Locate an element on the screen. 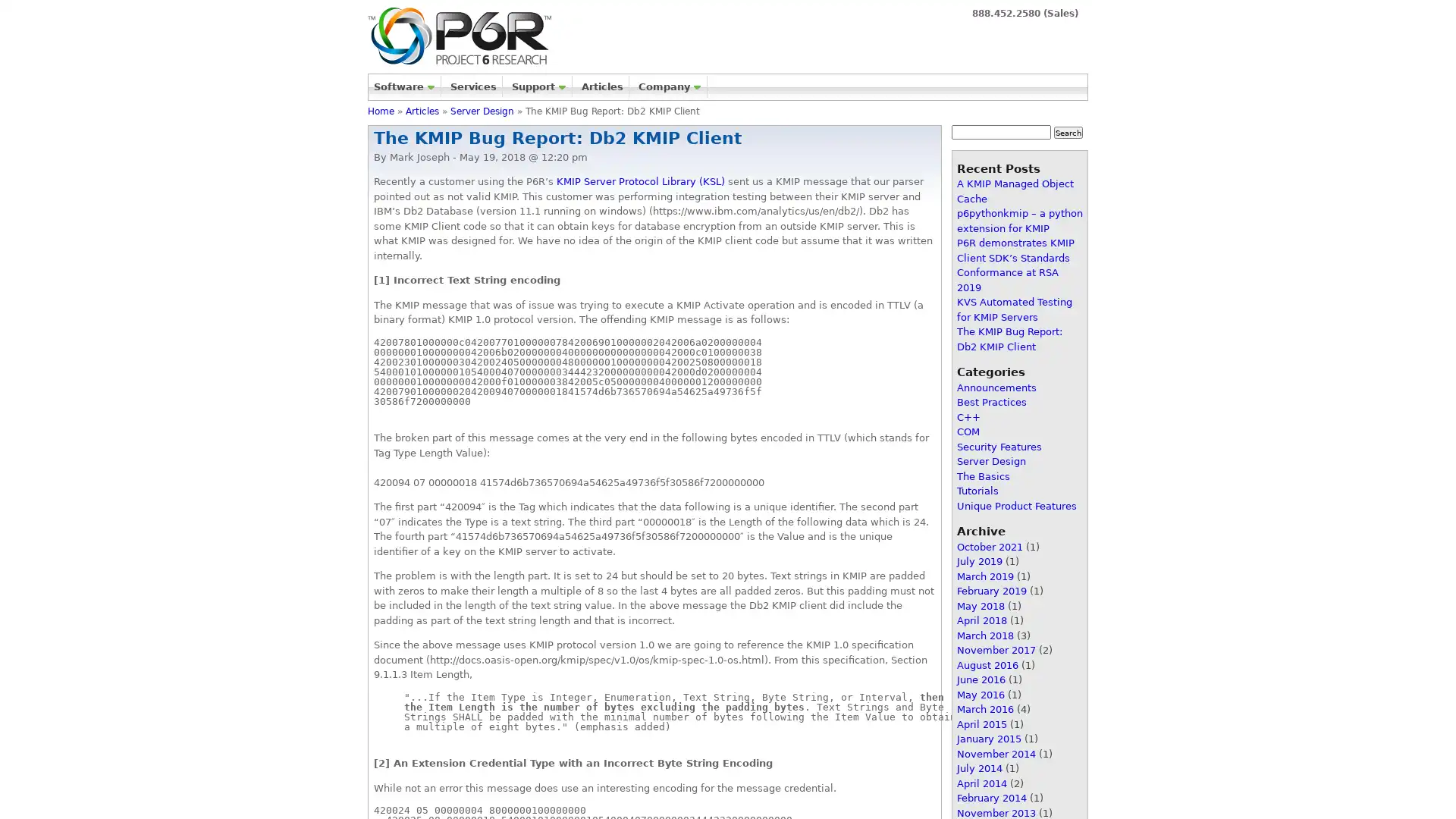 The width and height of the screenshot is (1456, 819). Search is located at coordinates (1068, 131).